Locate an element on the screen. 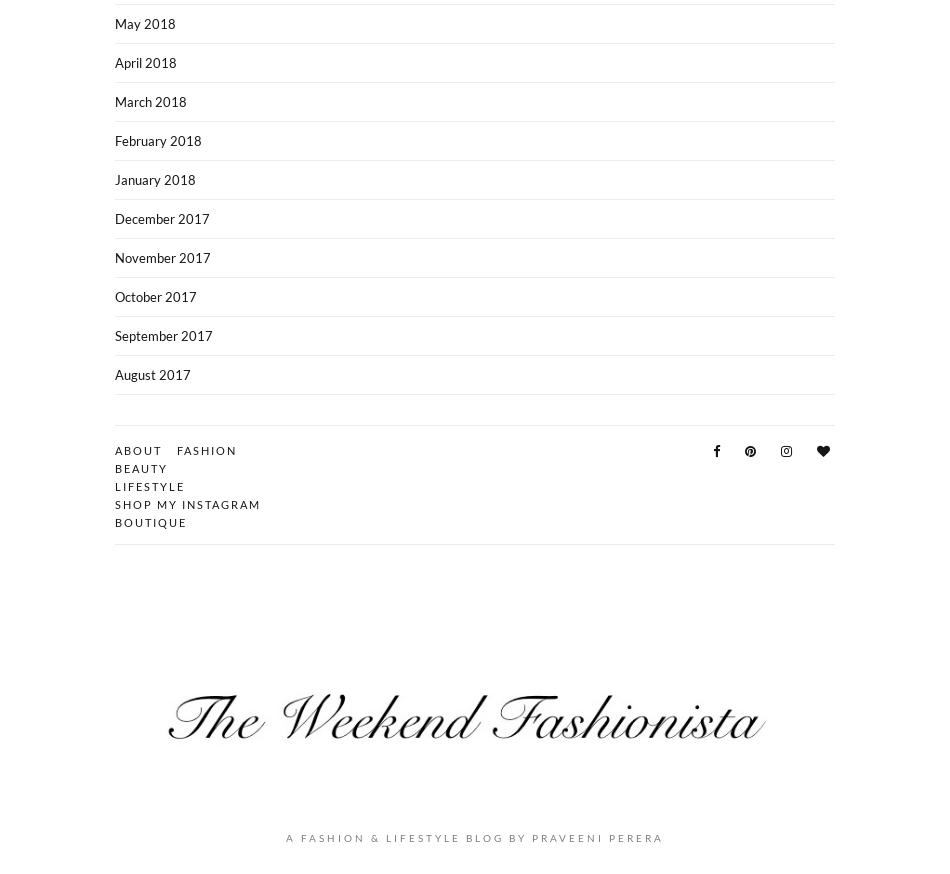  'September 2017' is located at coordinates (163, 334).